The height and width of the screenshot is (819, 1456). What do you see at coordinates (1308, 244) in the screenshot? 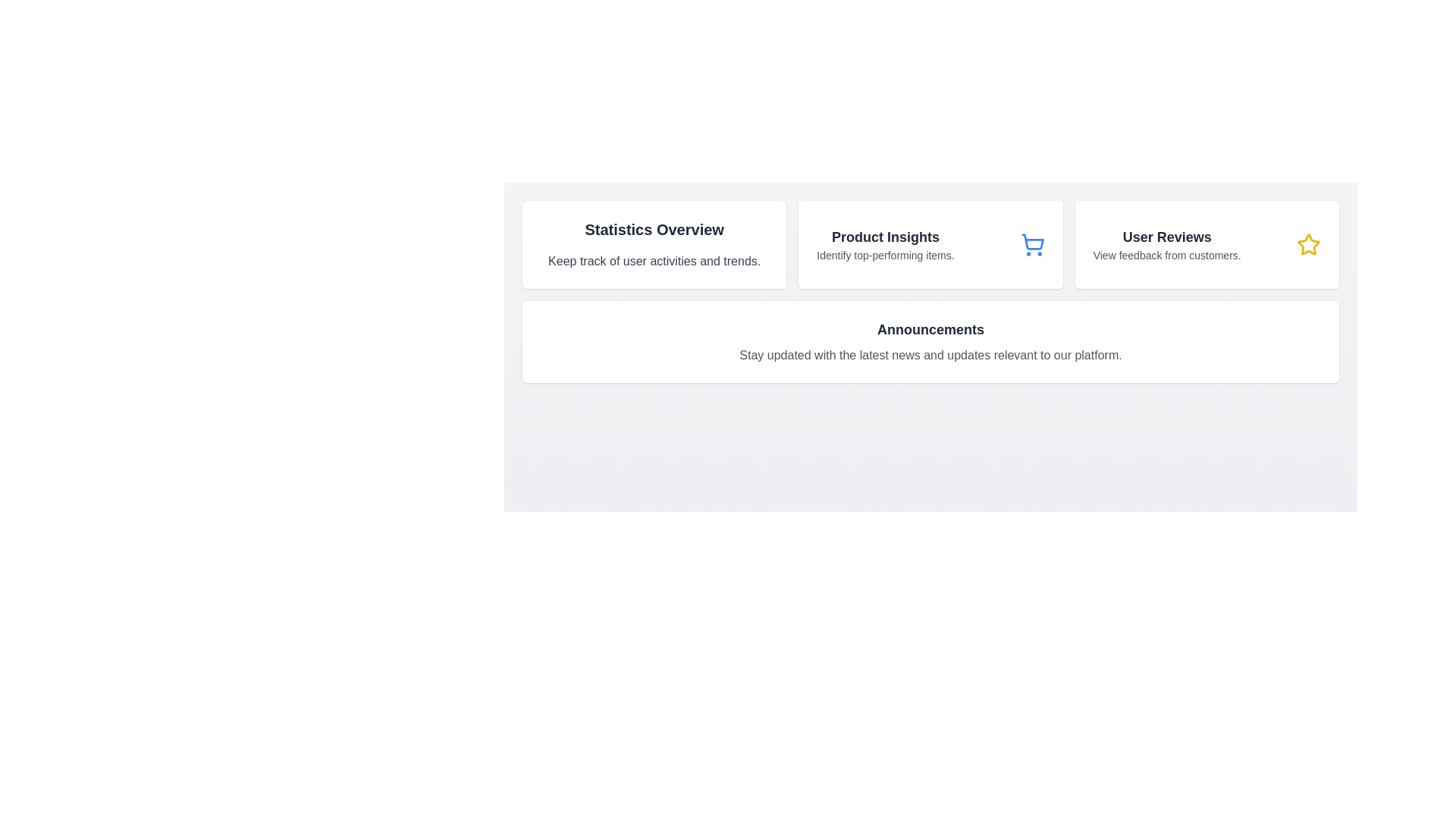
I see `the yellow star icon with a hollow center located in the top-right corner of the 'User Reviews' section, adjacent to the text 'View feedback from customers'` at bounding box center [1308, 244].